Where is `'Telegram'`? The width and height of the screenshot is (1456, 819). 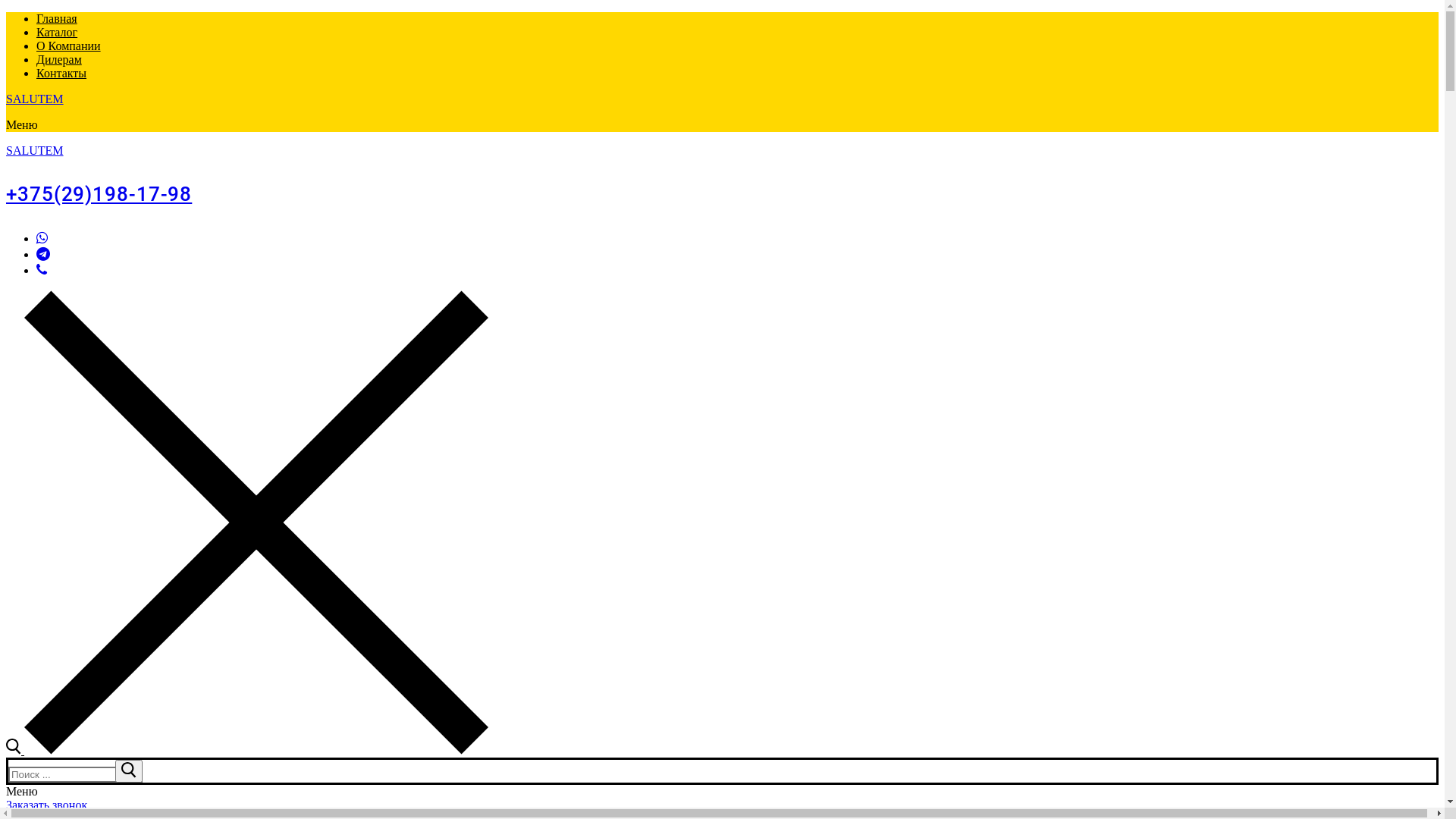
'Telegram' is located at coordinates (43, 253).